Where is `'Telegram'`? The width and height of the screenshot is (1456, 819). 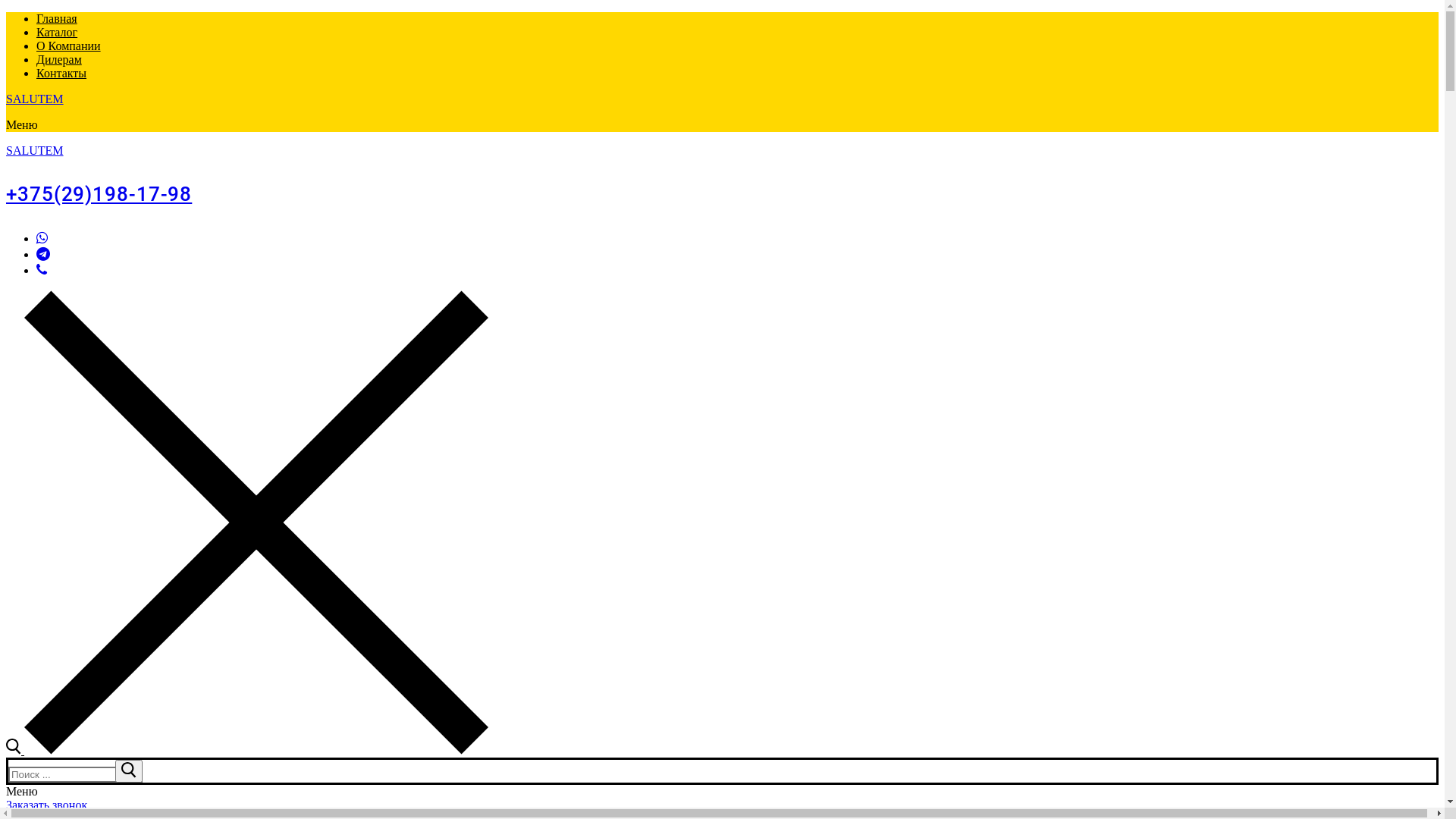
'Telegram' is located at coordinates (43, 253).